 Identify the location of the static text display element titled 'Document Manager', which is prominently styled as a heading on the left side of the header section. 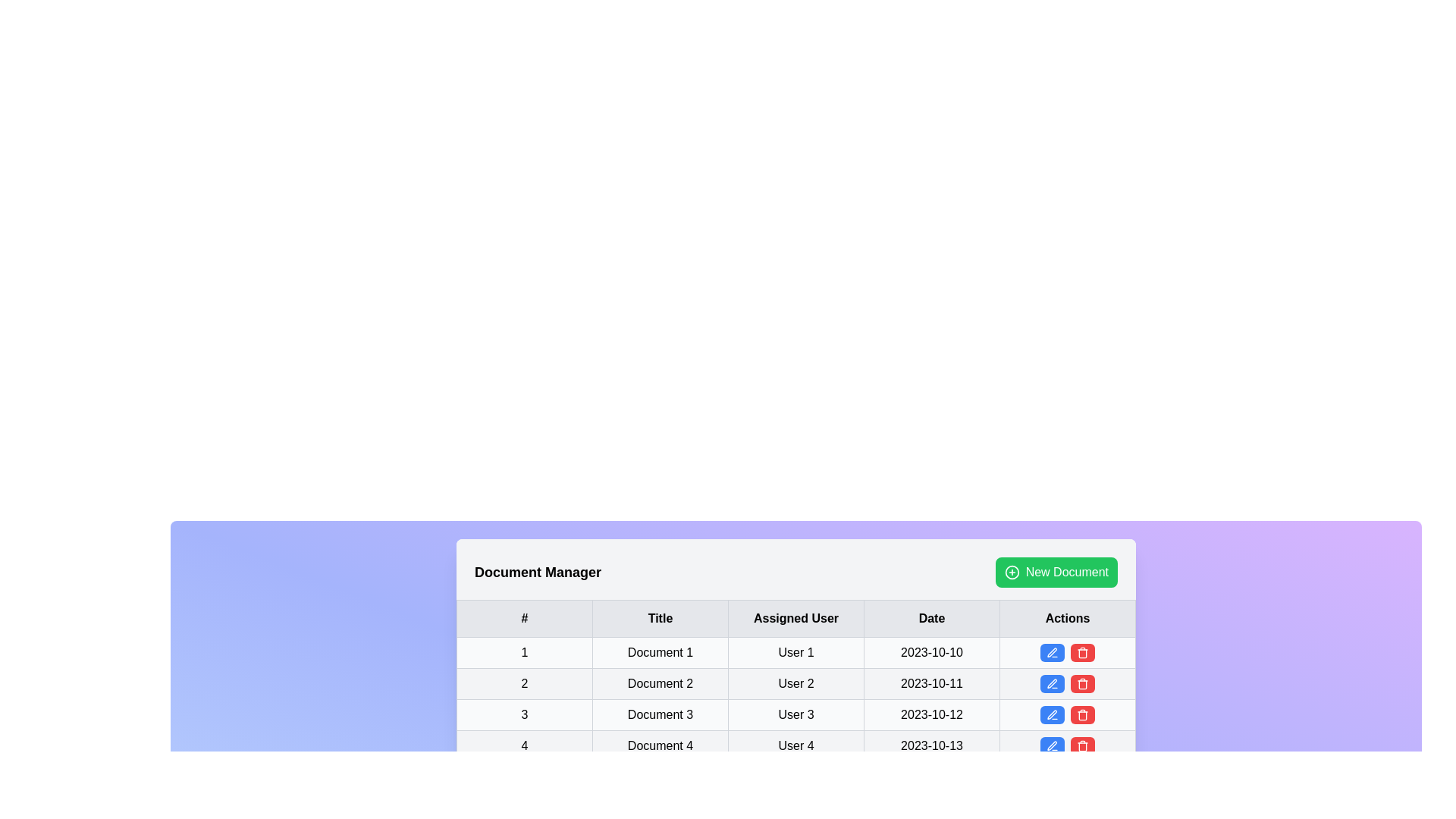
(538, 573).